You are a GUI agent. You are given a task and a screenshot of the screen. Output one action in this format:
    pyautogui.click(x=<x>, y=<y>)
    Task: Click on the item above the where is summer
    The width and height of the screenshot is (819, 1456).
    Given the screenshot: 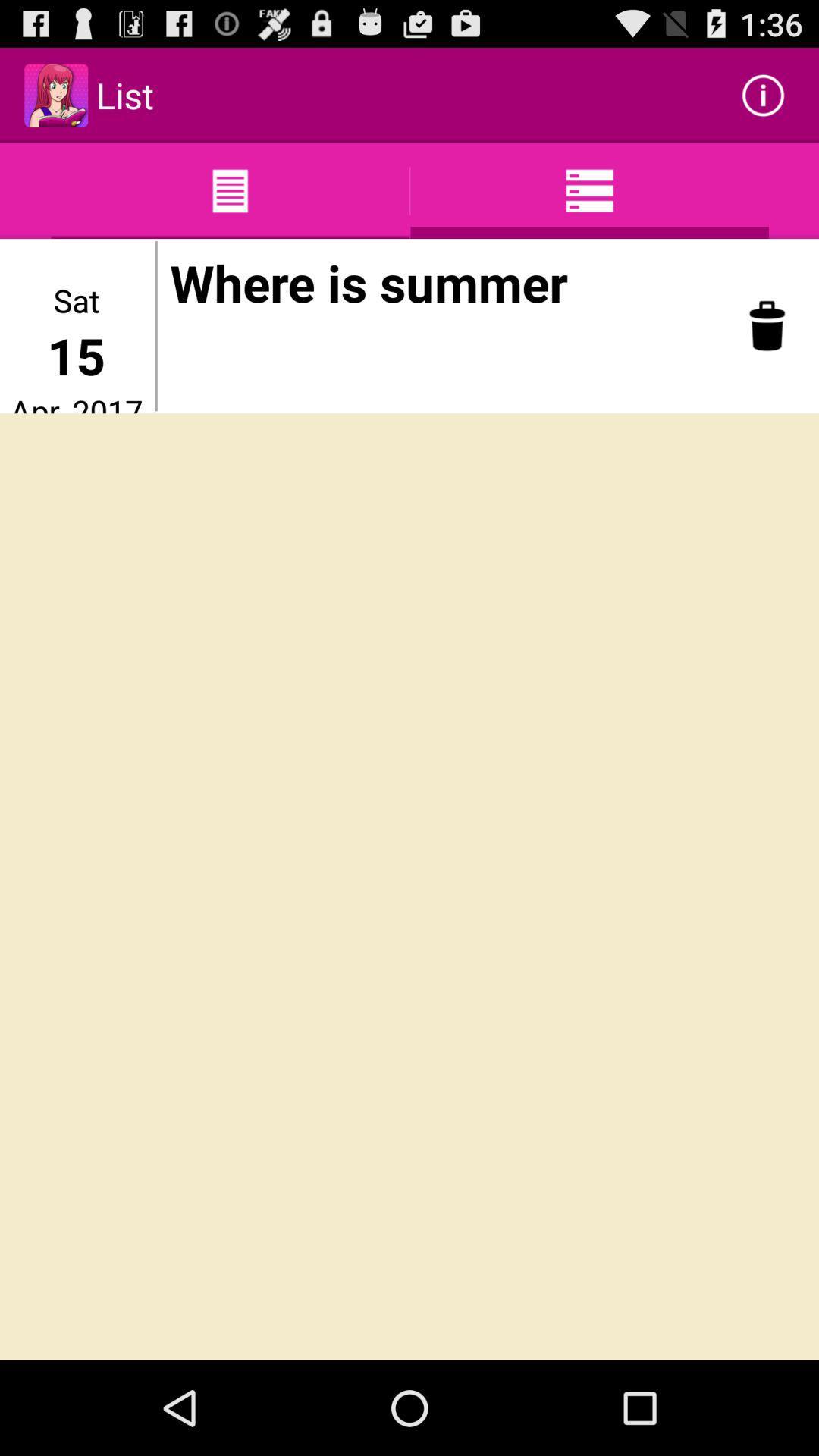 What is the action you would take?
    pyautogui.click(x=763, y=94)
    